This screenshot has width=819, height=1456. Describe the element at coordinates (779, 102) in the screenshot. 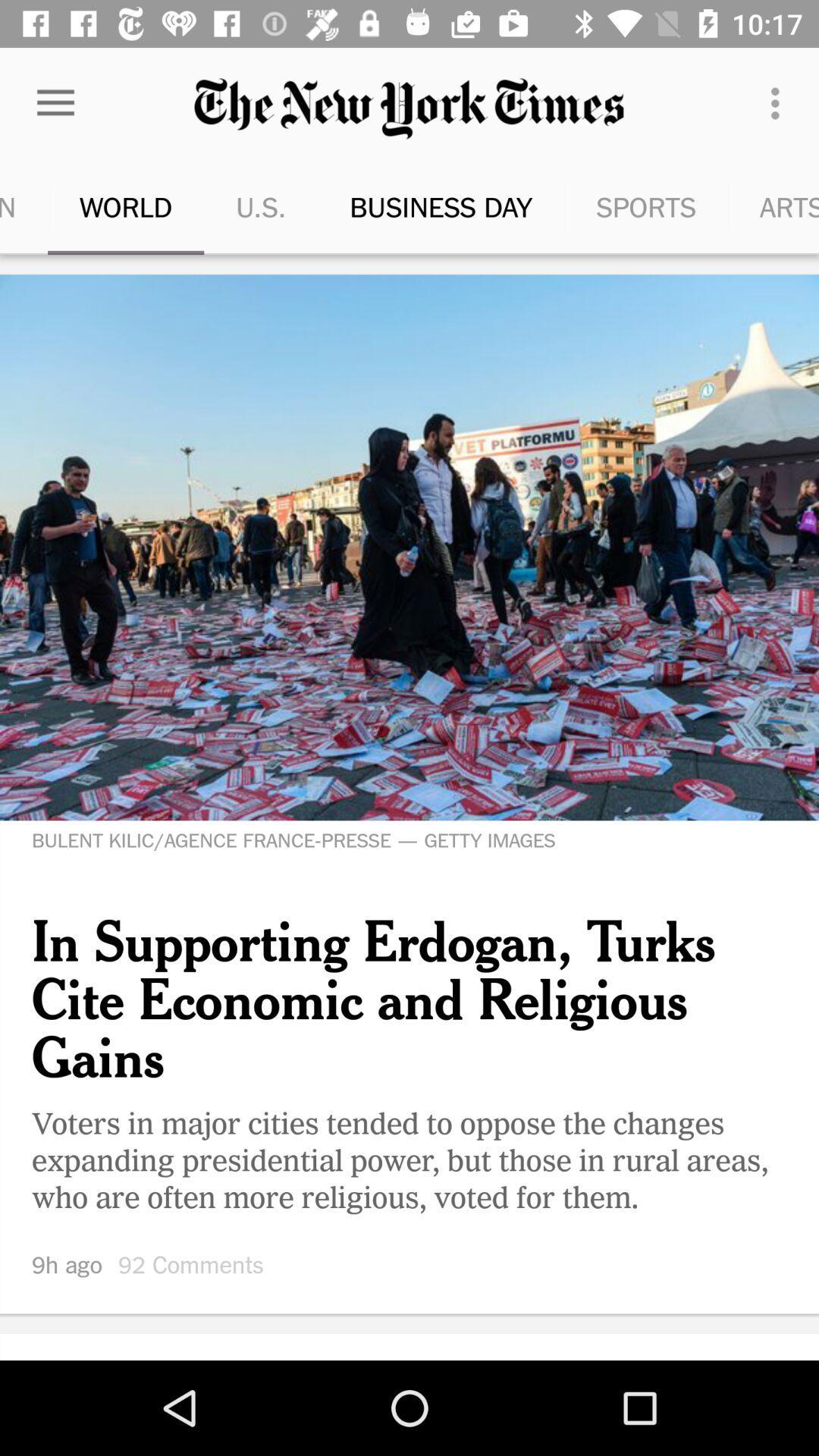

I see `item to the left of the new york` at that location.